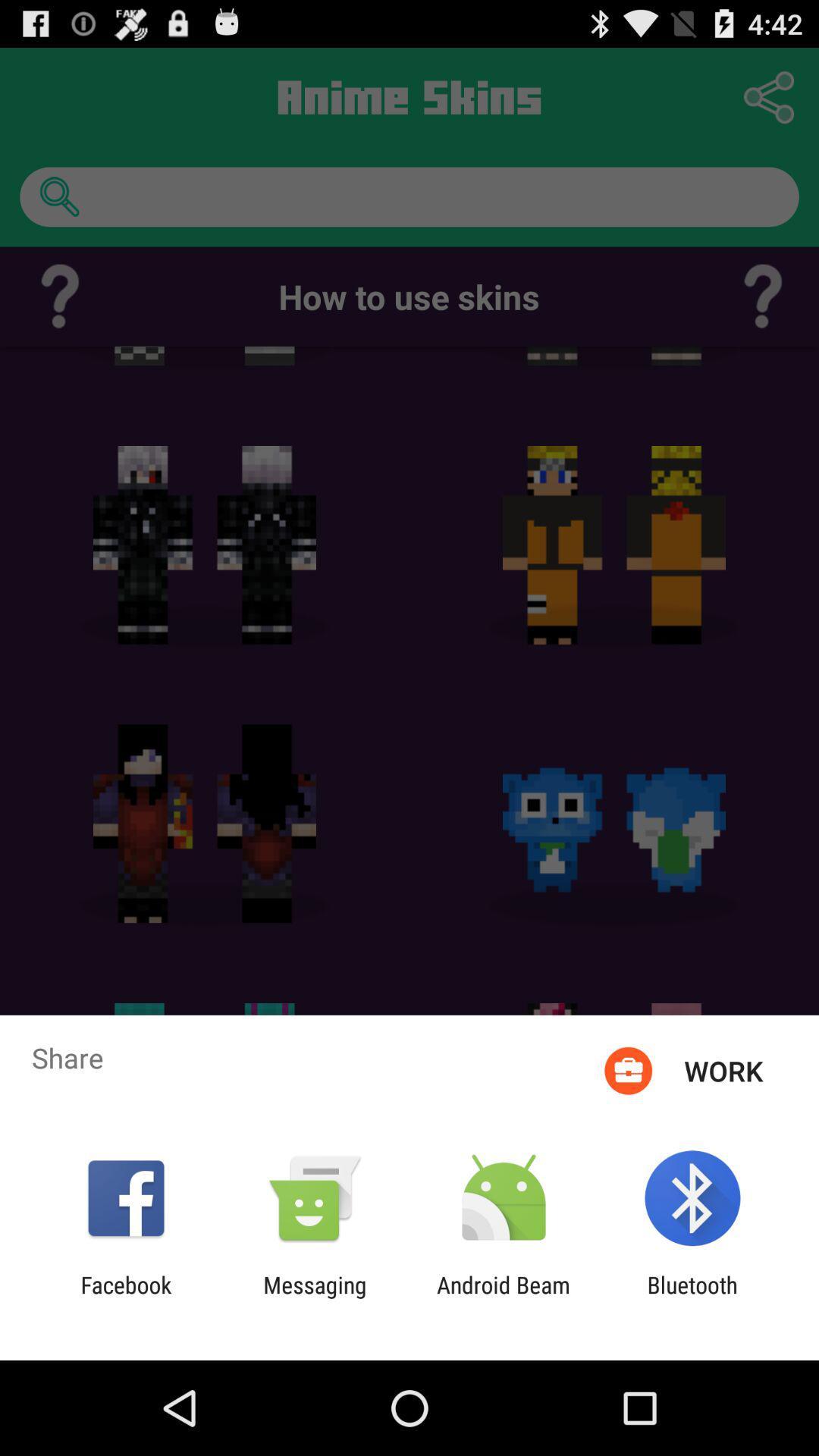 The width and height of the screenshot is (819, 1456). What do you see at coordinates (692, 1298) in the screenshot?
I see `the bluetooth item` at bounding box center [692, 1298].